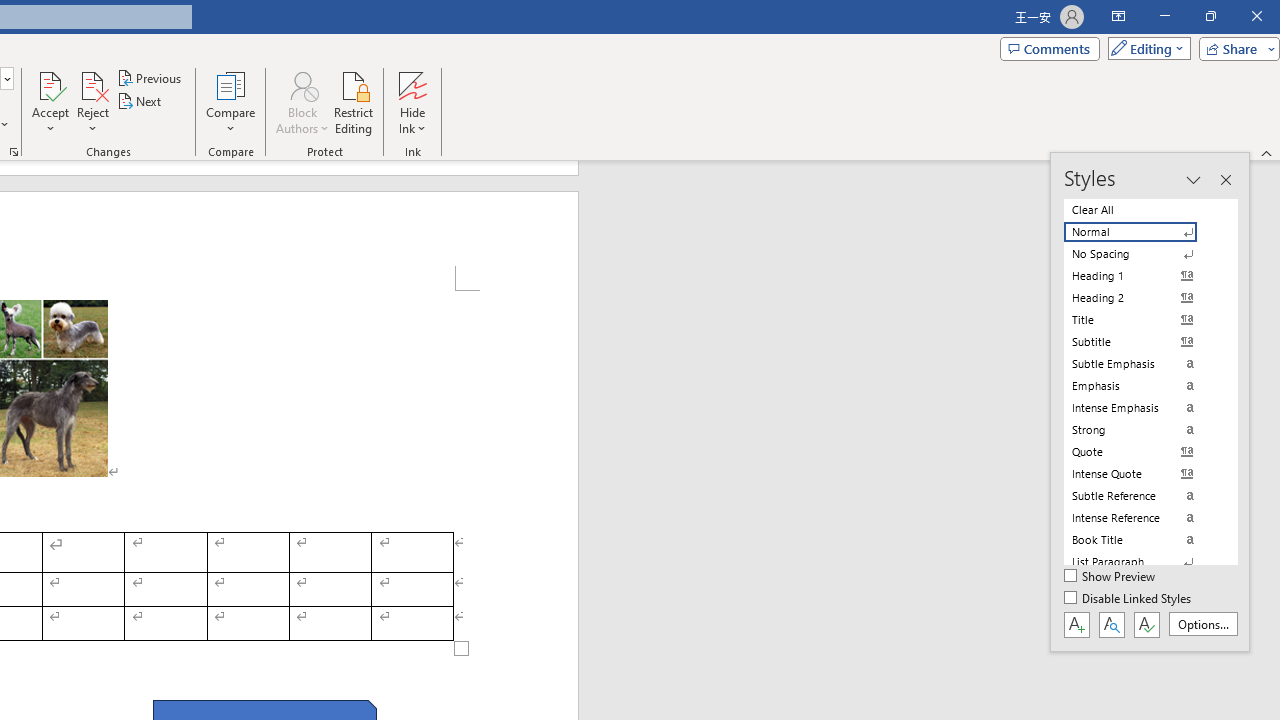  Describe the element at coordinates (1142, 385) in the screenshot. I see `'Emphasis'` at that location.